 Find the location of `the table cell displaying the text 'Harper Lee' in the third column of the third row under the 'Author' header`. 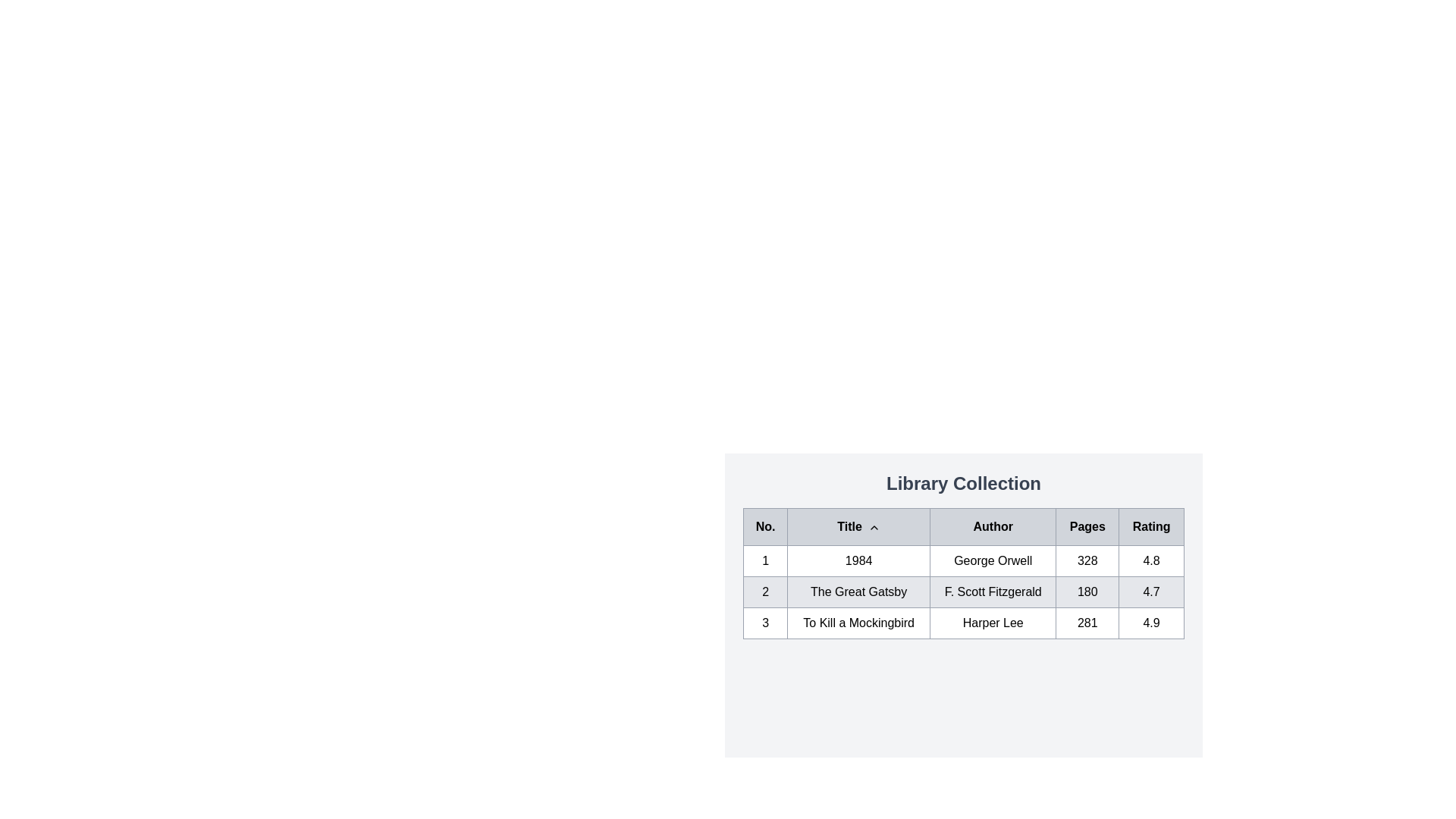

the table cell displaying the text 'Harper Lee' in the third column of the third row under the 'Author' header is located at coordinates (993, 623).